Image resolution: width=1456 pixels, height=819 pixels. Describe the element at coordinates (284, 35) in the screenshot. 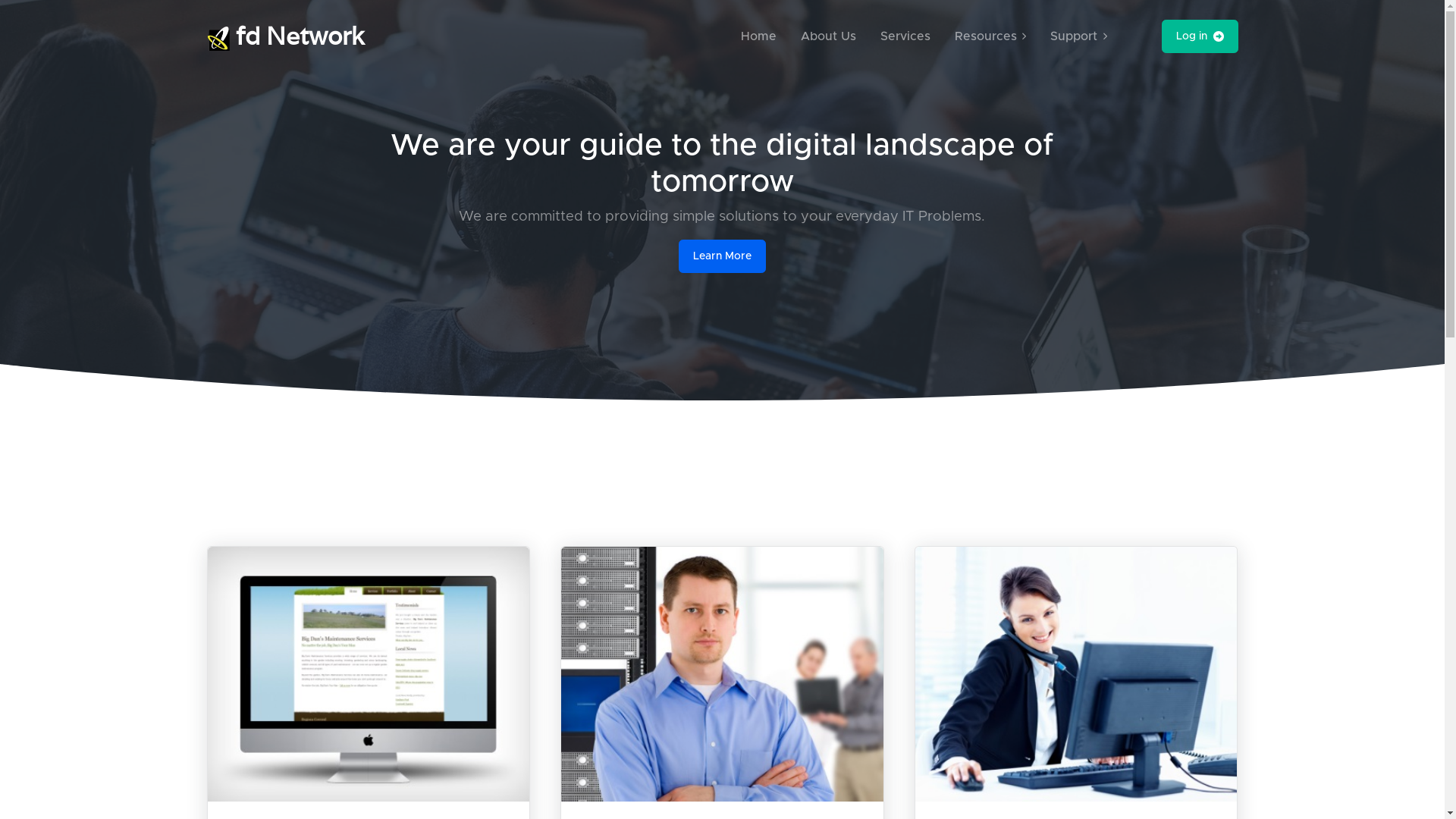

I see `'fd Network'` at that location.